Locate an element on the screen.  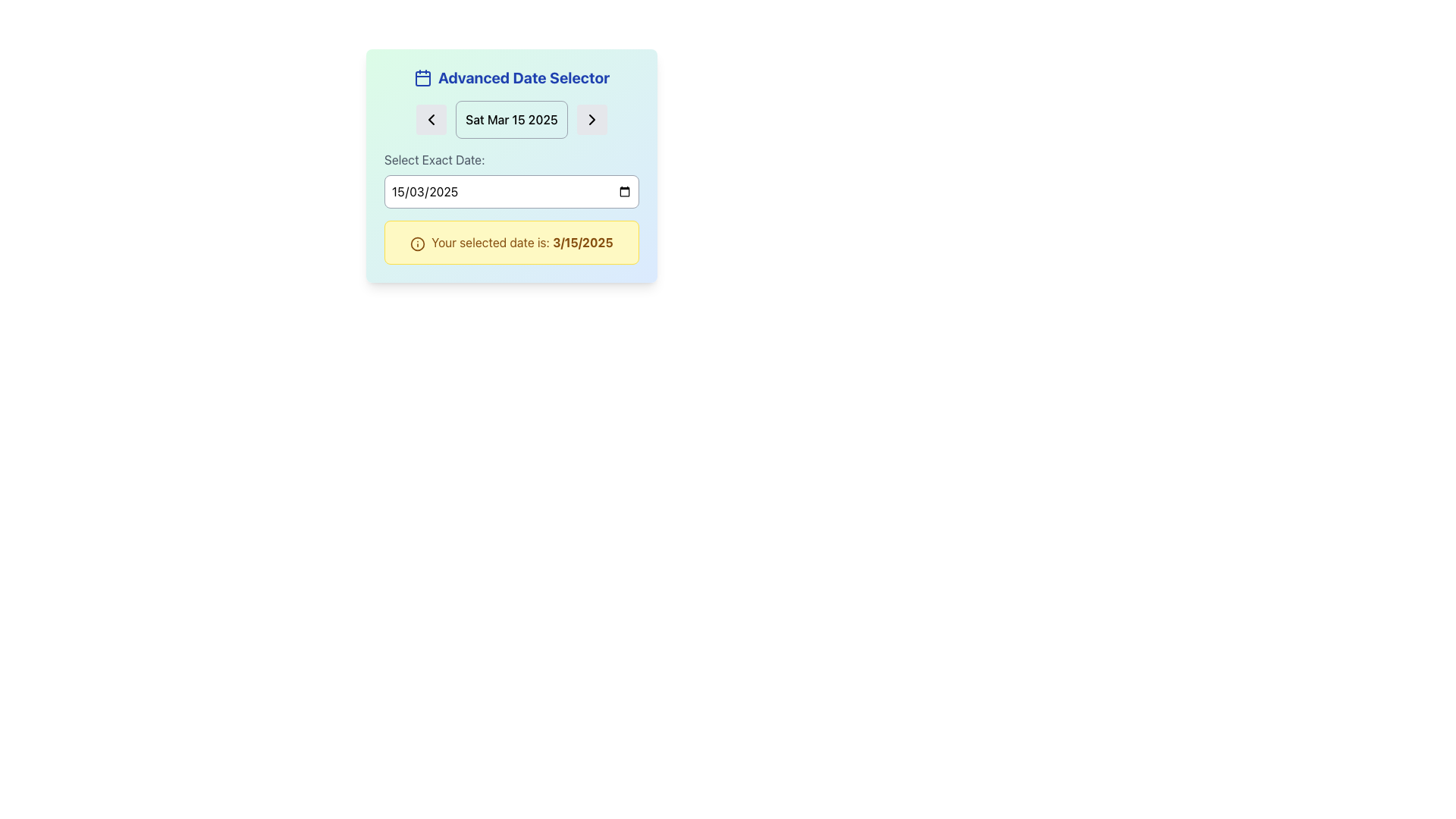
the button containing the right-pointing arrow icon adjacent to the date display labeled 'Sat Mar 15 2025' is located at coordinates (591, 119).